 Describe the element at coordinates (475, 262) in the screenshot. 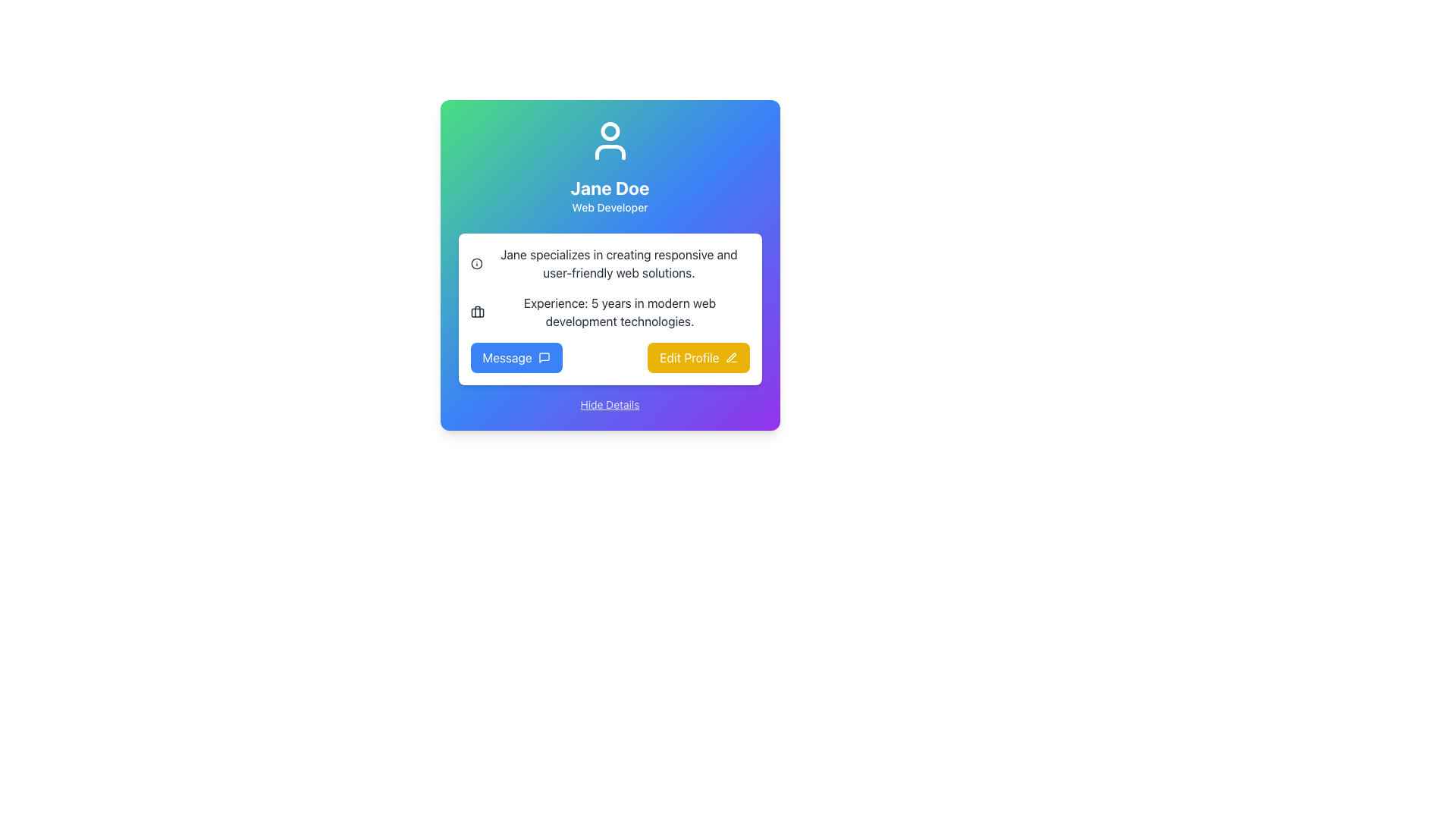

I see `the informational icon located to the left of the descriptive text 'Jane specializes in creating...' within the profile card` at that location.